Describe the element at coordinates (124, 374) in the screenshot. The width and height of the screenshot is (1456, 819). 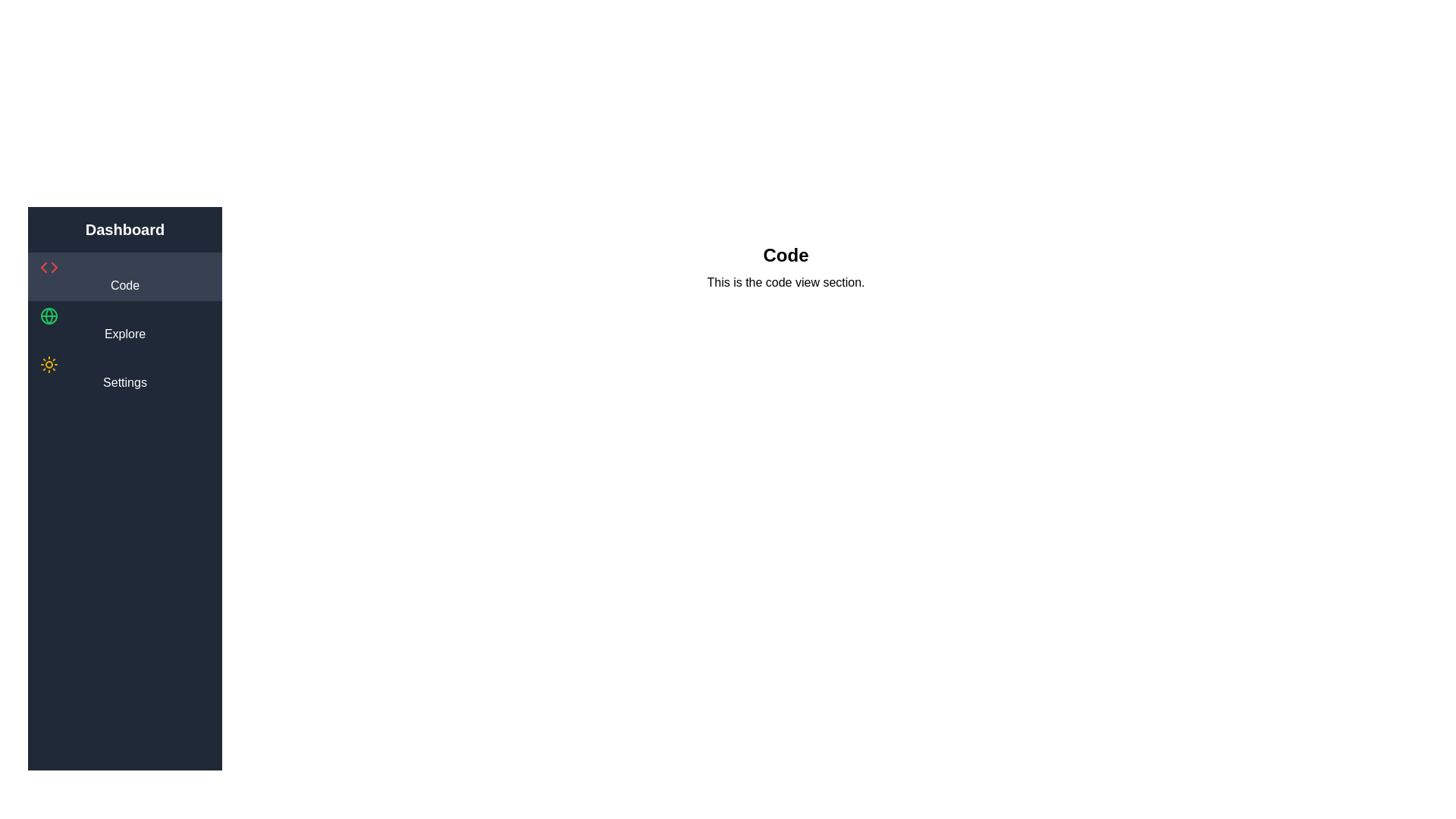
I see `the sidebar item labeled 'Settings' to highlight it` at that location.